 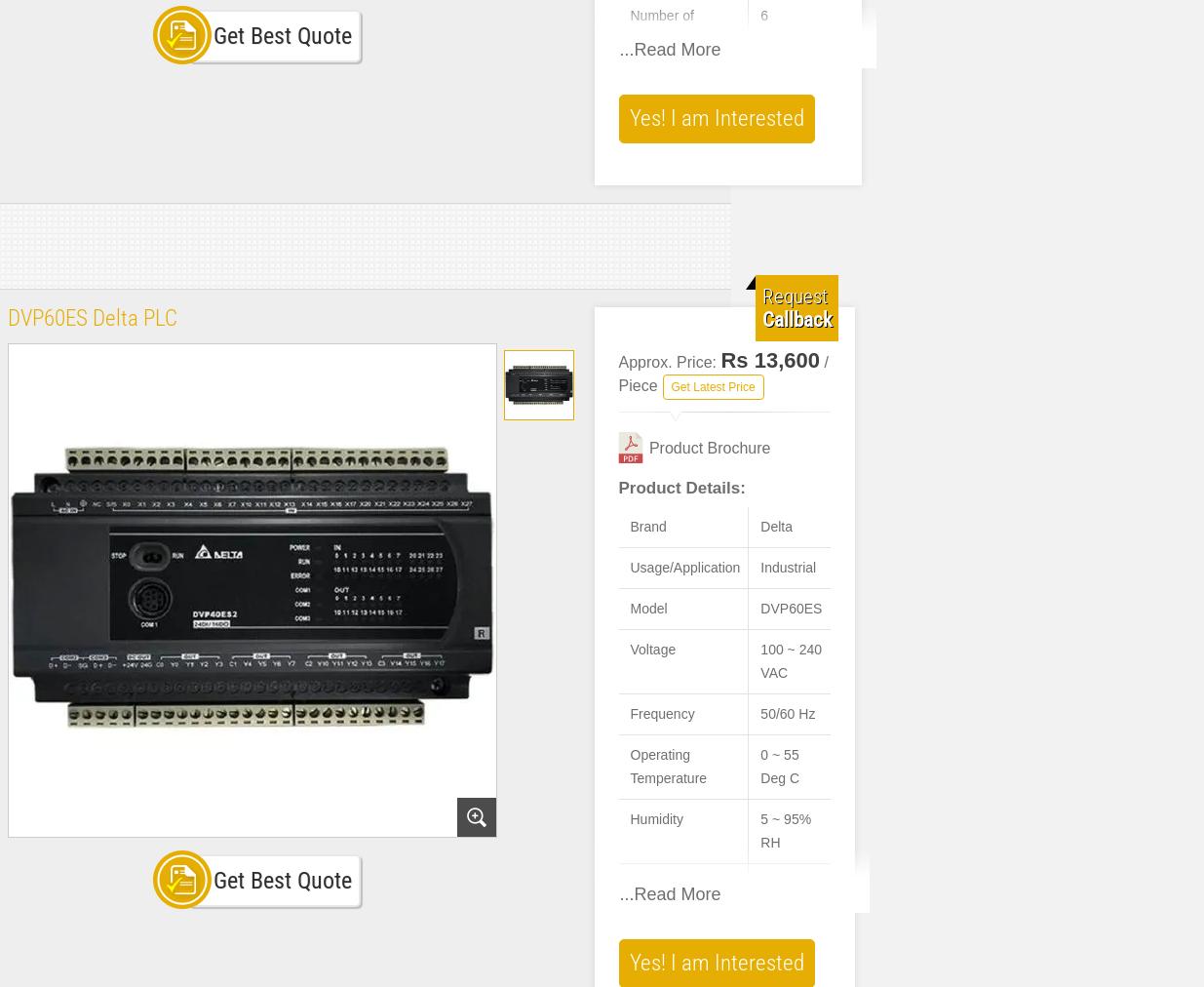 What do you see at coordinates (760, 607) in the screenshot?
I see `'DVP60ES'` at bounding box center [760, 607].